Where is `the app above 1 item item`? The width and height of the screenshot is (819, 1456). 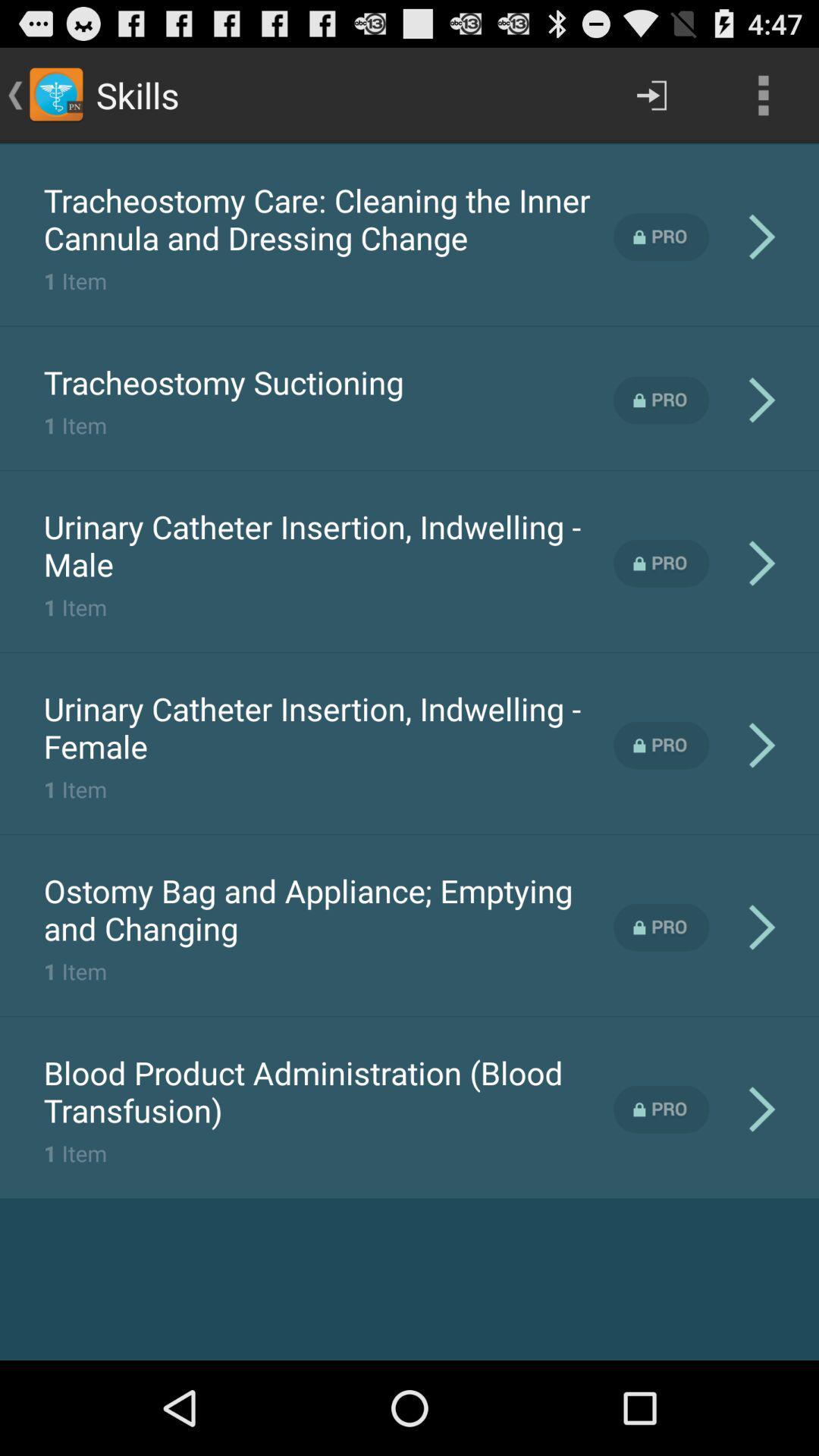 the app above 1 item item is located at coordinates (224, 382).